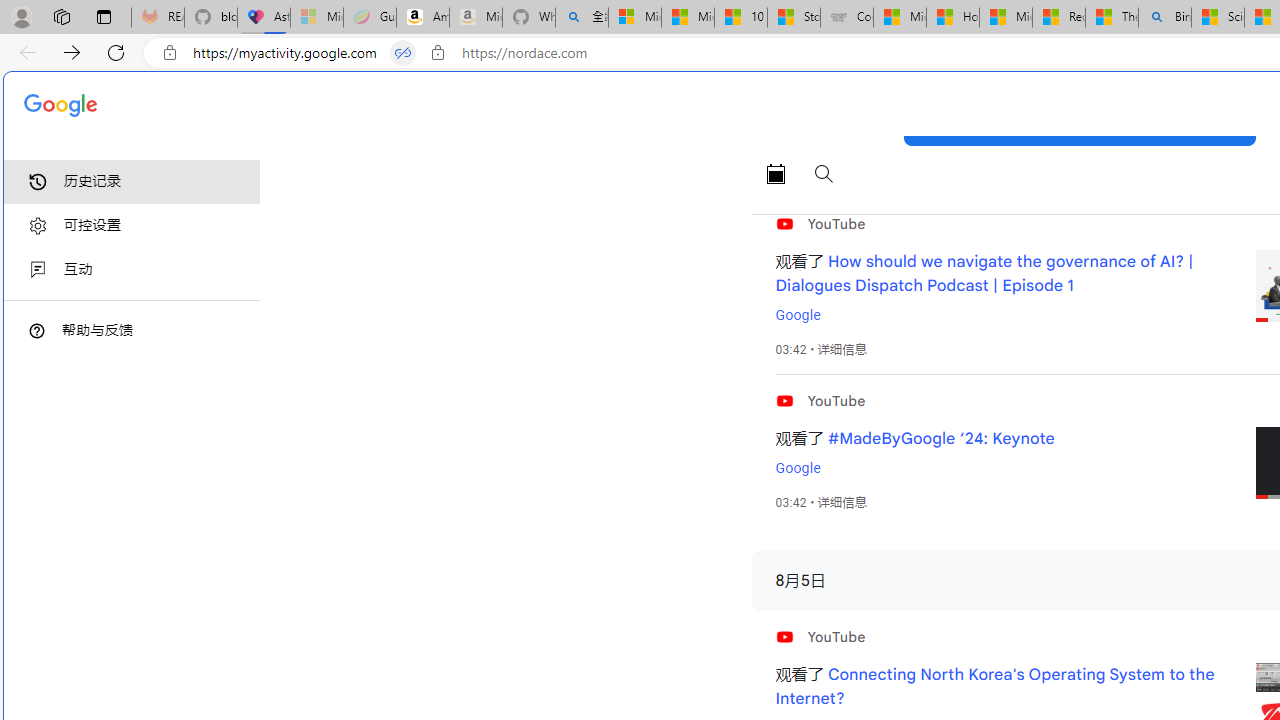 The width and height of the screenshot is (1280, 720). I want to click on 'Connecting North Korea', so click(994, 686).